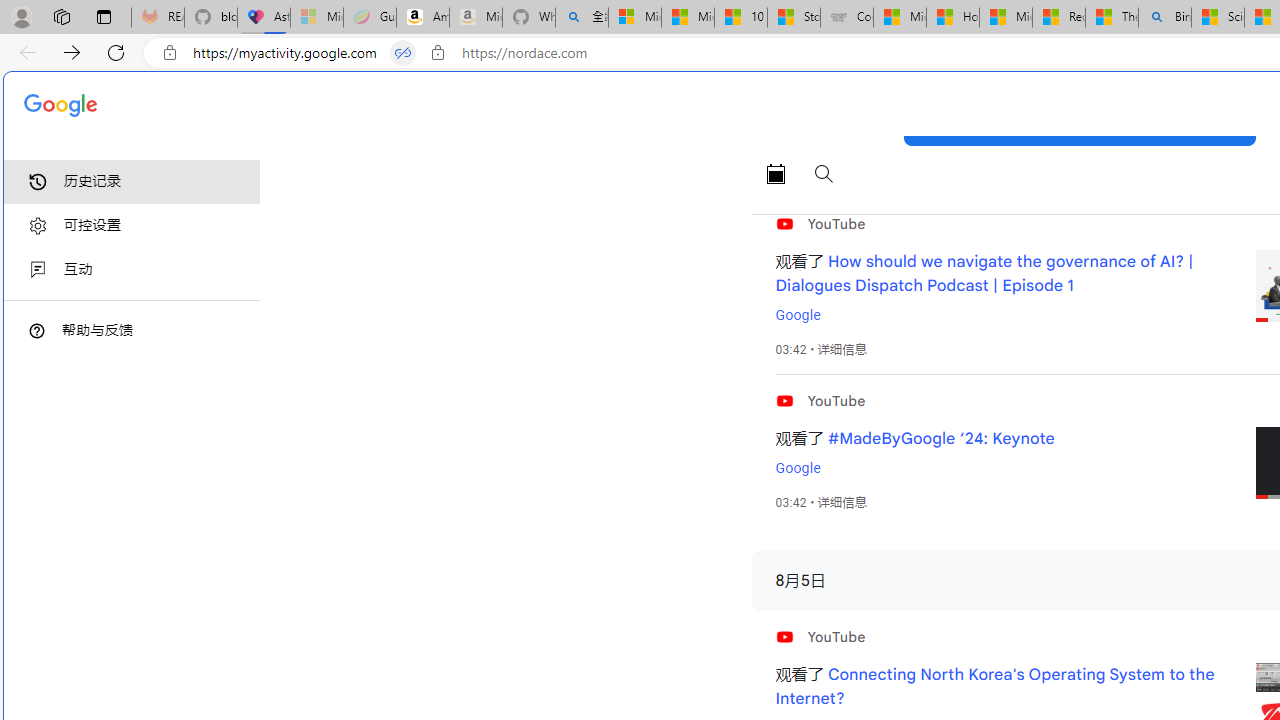 The width and height of the screenshot is (1280, 720). I want to click on 'Connecting North Korea', so click(994, 686).